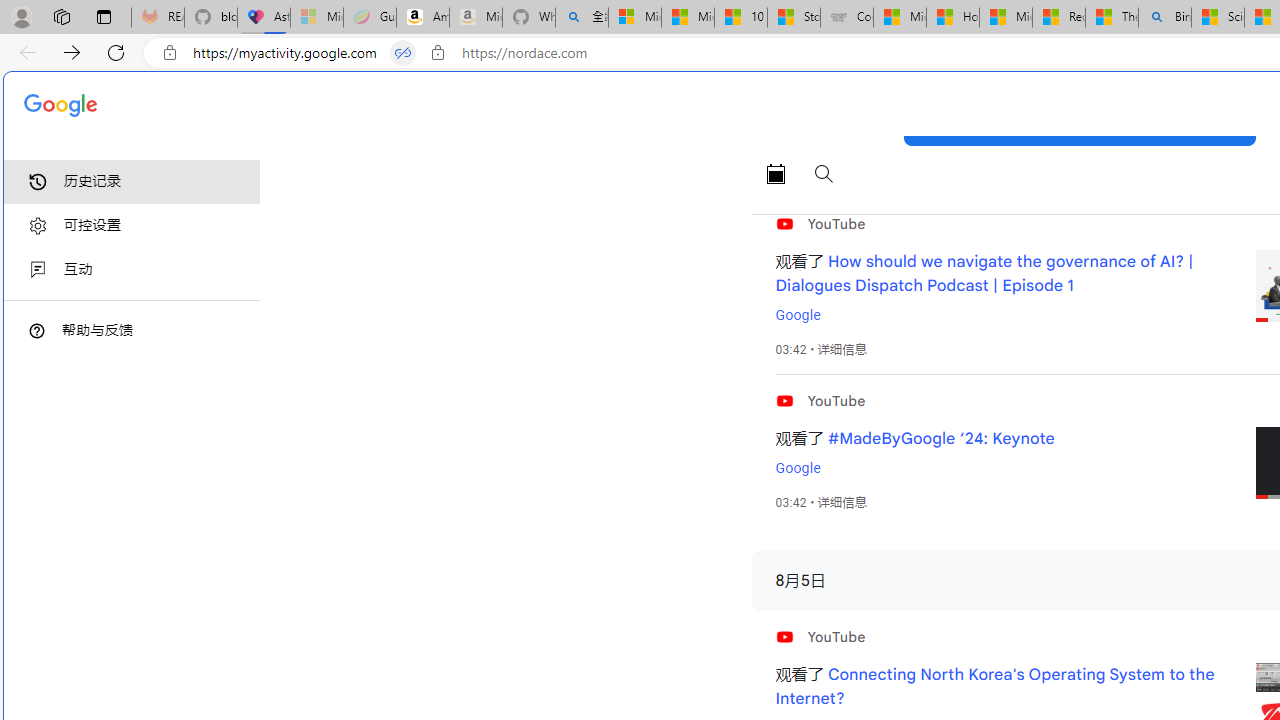 The width and height of the screenshot is (1280, 720). I want to click on 'Connecting North Korea', so click(994, 686).